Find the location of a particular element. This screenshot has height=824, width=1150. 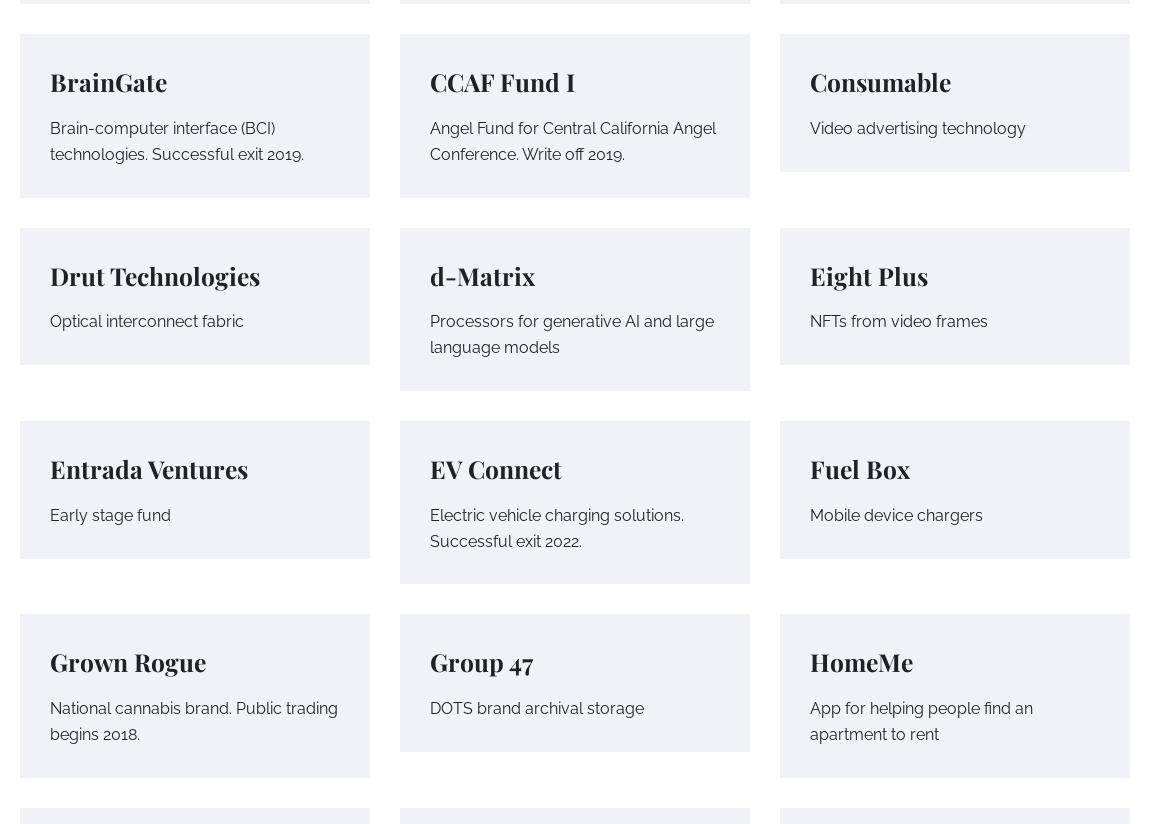

'Entrada Ventures' is located at coordinates (148, 468).